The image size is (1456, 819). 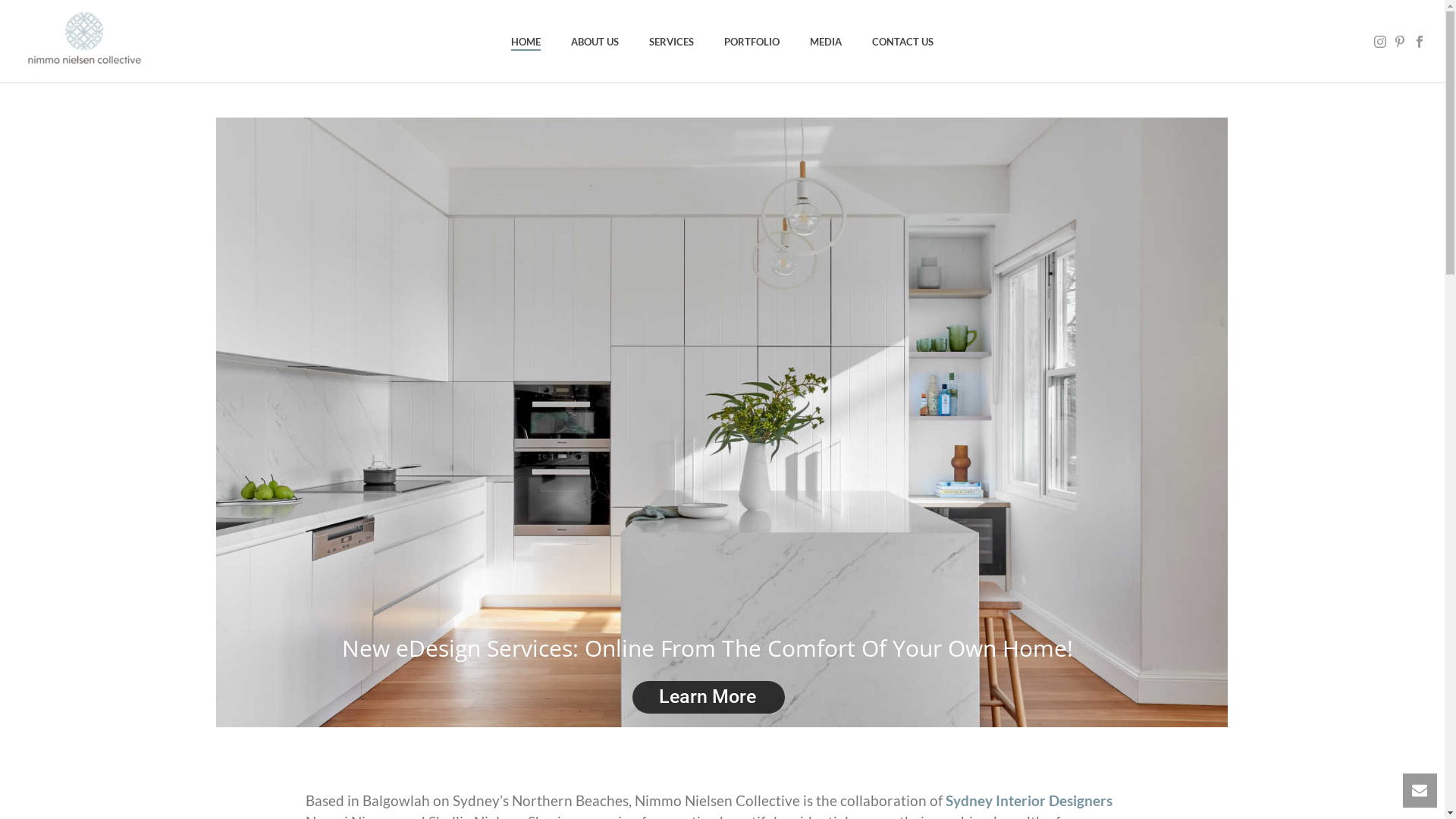 I want to click on 'PORTFOLIO', so click(x=752, y=40).